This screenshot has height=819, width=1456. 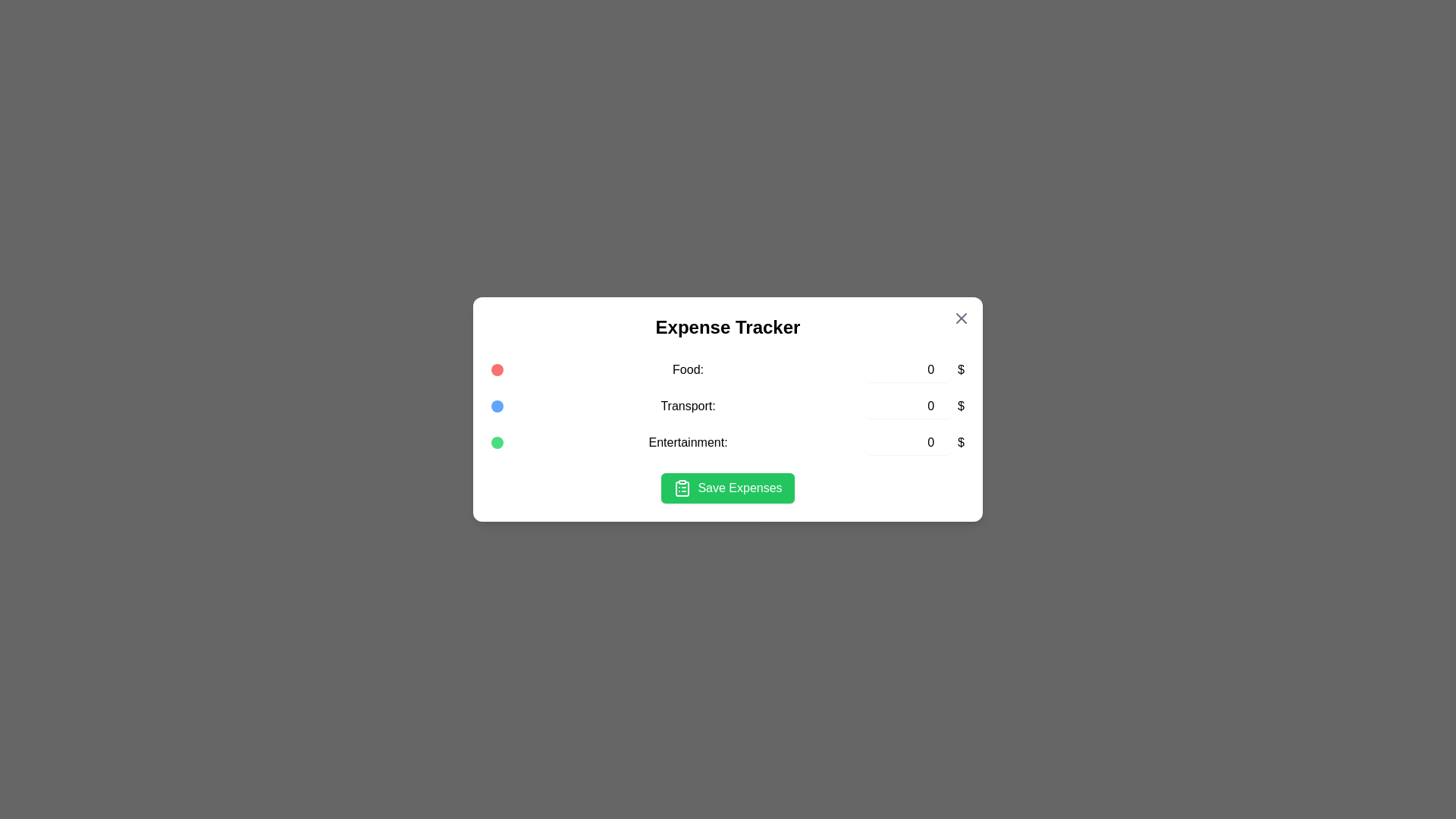 I want to click on the expense amount for the 'Food' category to 3884, so click(x=909, y=370).